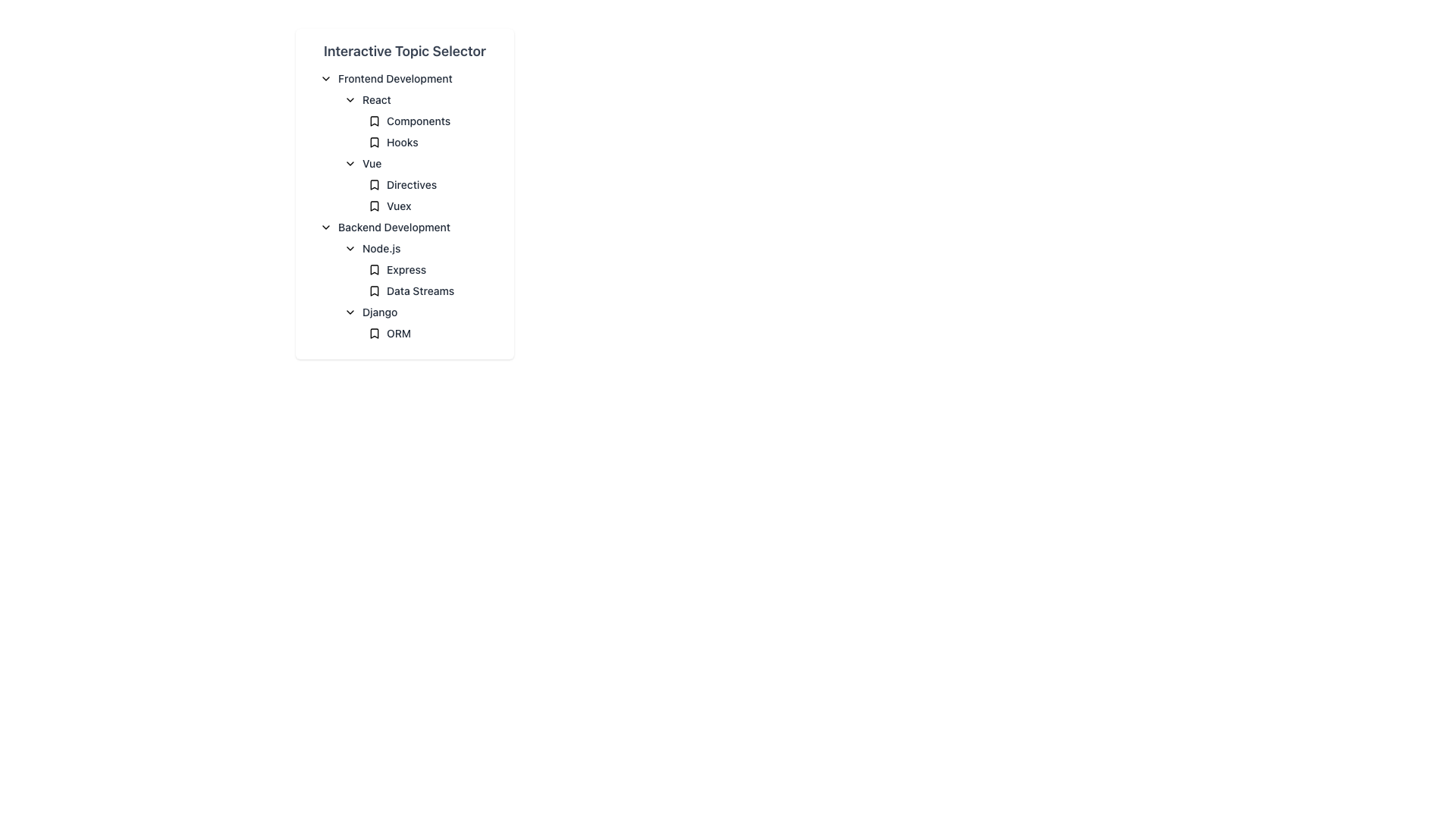 This screenshot has width=1456, height=819. What do you see at coordinates (375, 332) in the screenshot?
I see `the bookmark icon shaped like a ribbon, which is outlined with a black stroke and located to the left of the text 'ORM' under the 'Django' topic in the 'Backend Development' category` at bounding box center [375, 332].